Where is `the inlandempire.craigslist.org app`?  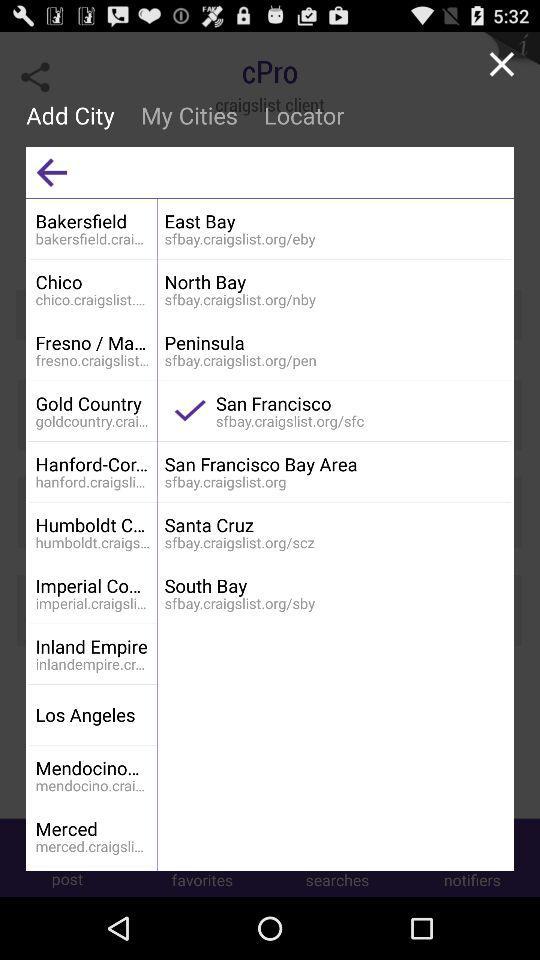
the inlandempire.craigslist.org app is located at coordinates (92, 663).